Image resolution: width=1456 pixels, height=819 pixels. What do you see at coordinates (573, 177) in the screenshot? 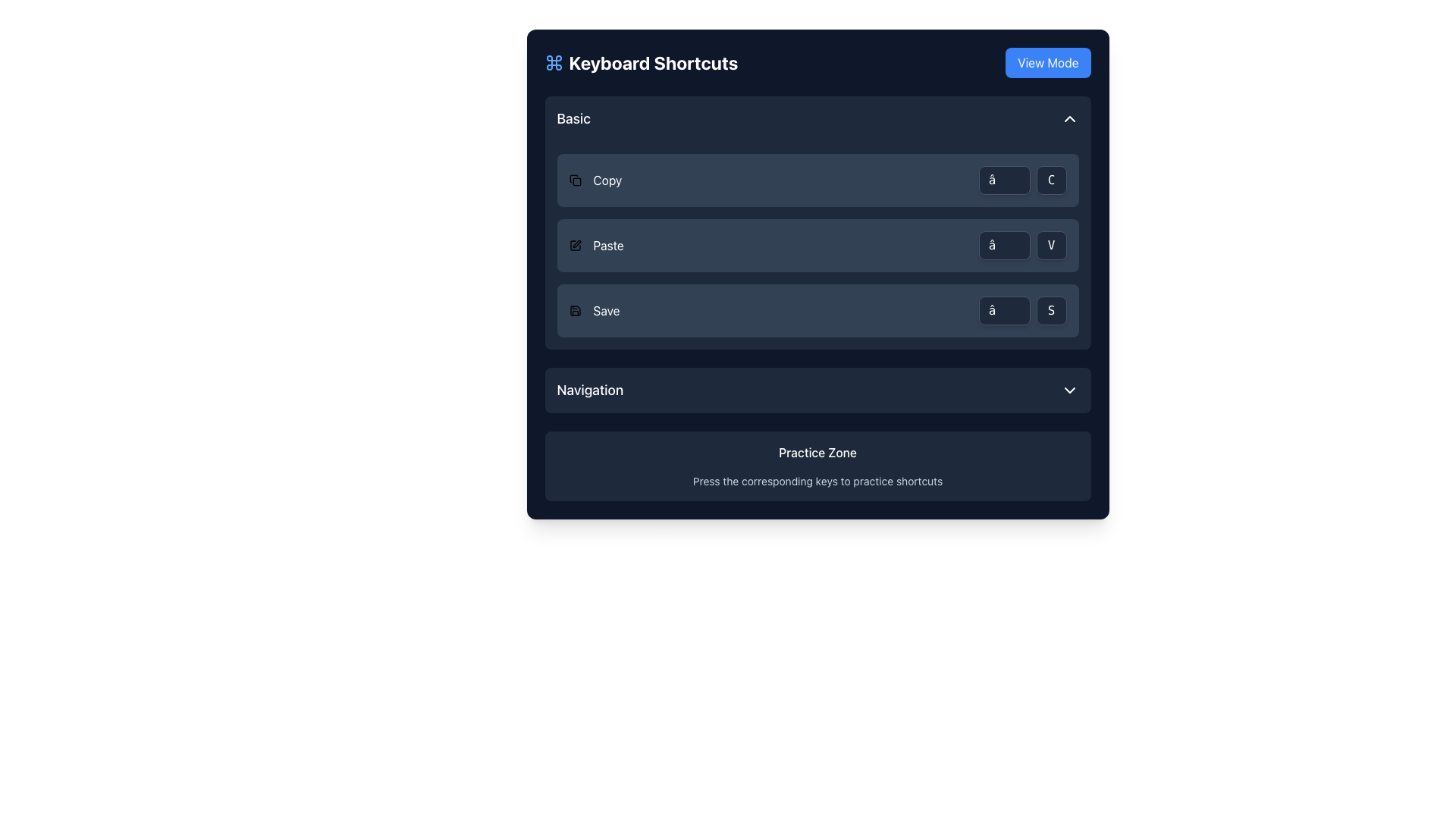
I see `the icon resembling a document with a folded corner, located next to the 'Copy' text label in the 'Basic' section of the keyboard shortcuts interface` at bounding box center [573, 177].